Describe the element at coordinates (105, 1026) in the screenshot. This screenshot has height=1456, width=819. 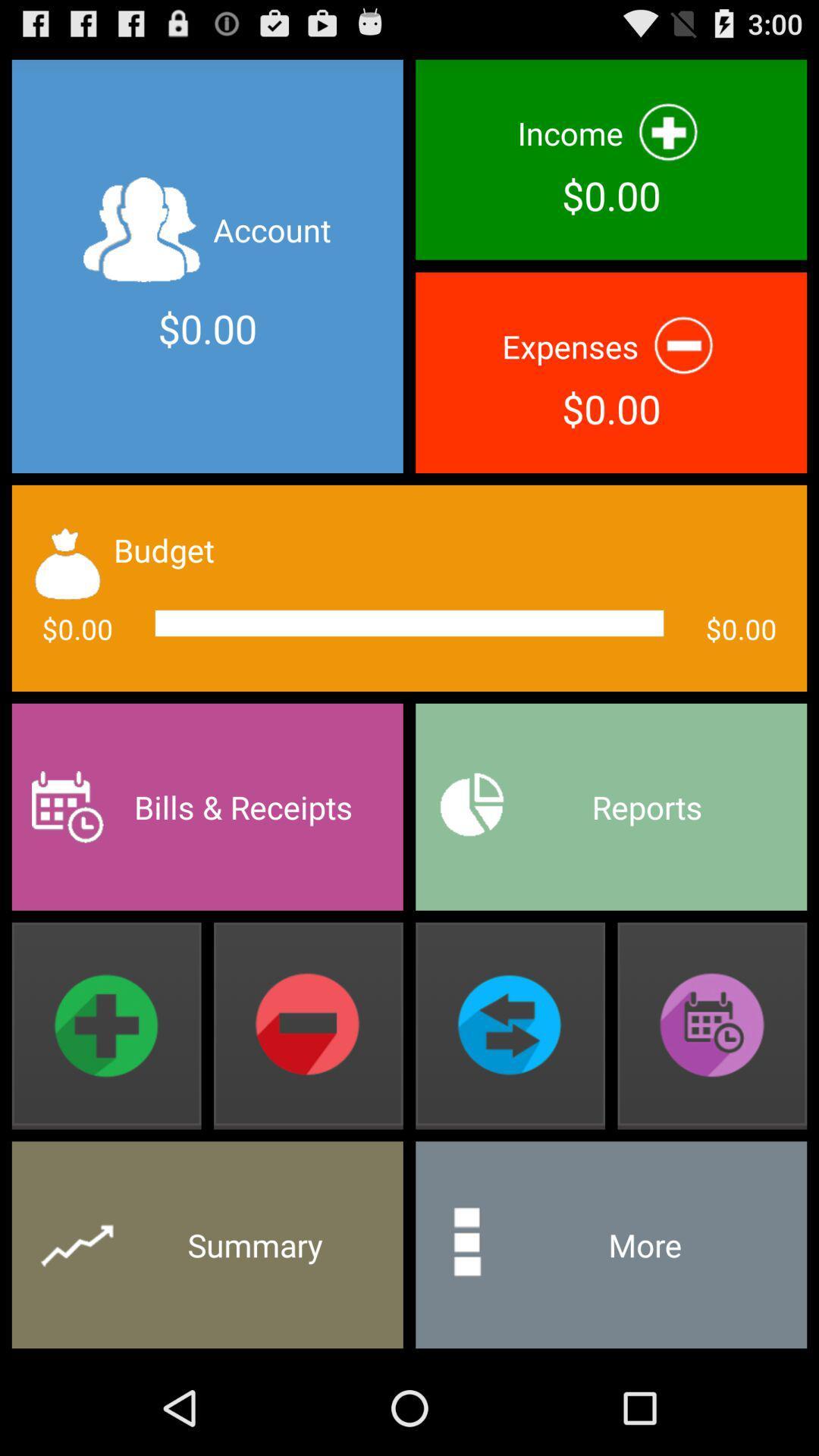
I see `the icon above the summary` at that location.